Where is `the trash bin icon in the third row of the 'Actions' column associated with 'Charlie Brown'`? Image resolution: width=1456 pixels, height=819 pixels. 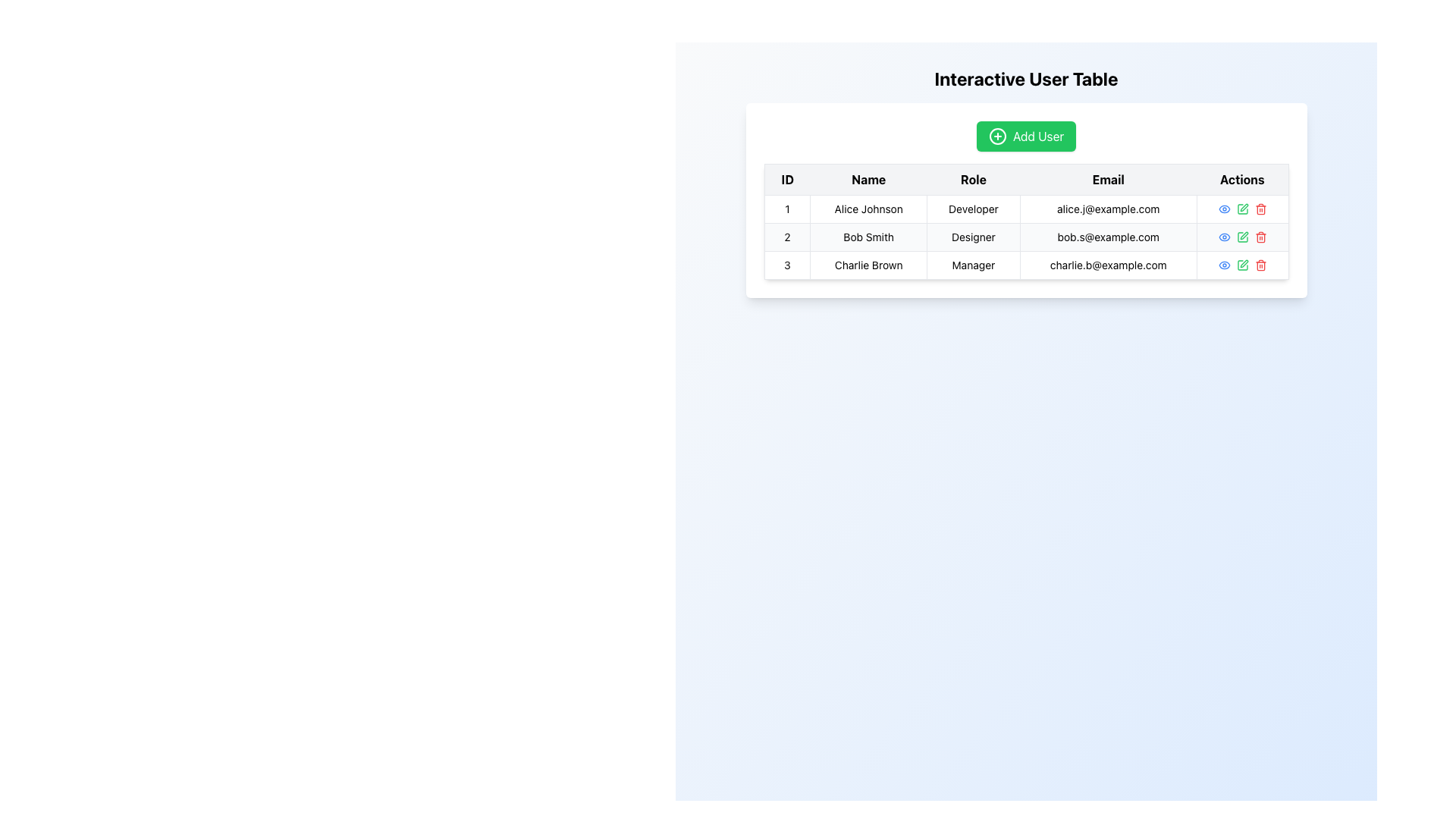 the trash bin icon in the third row of the 'Actions' column associated with 'Charlie Brown' is located at coordinates (1260, 265).